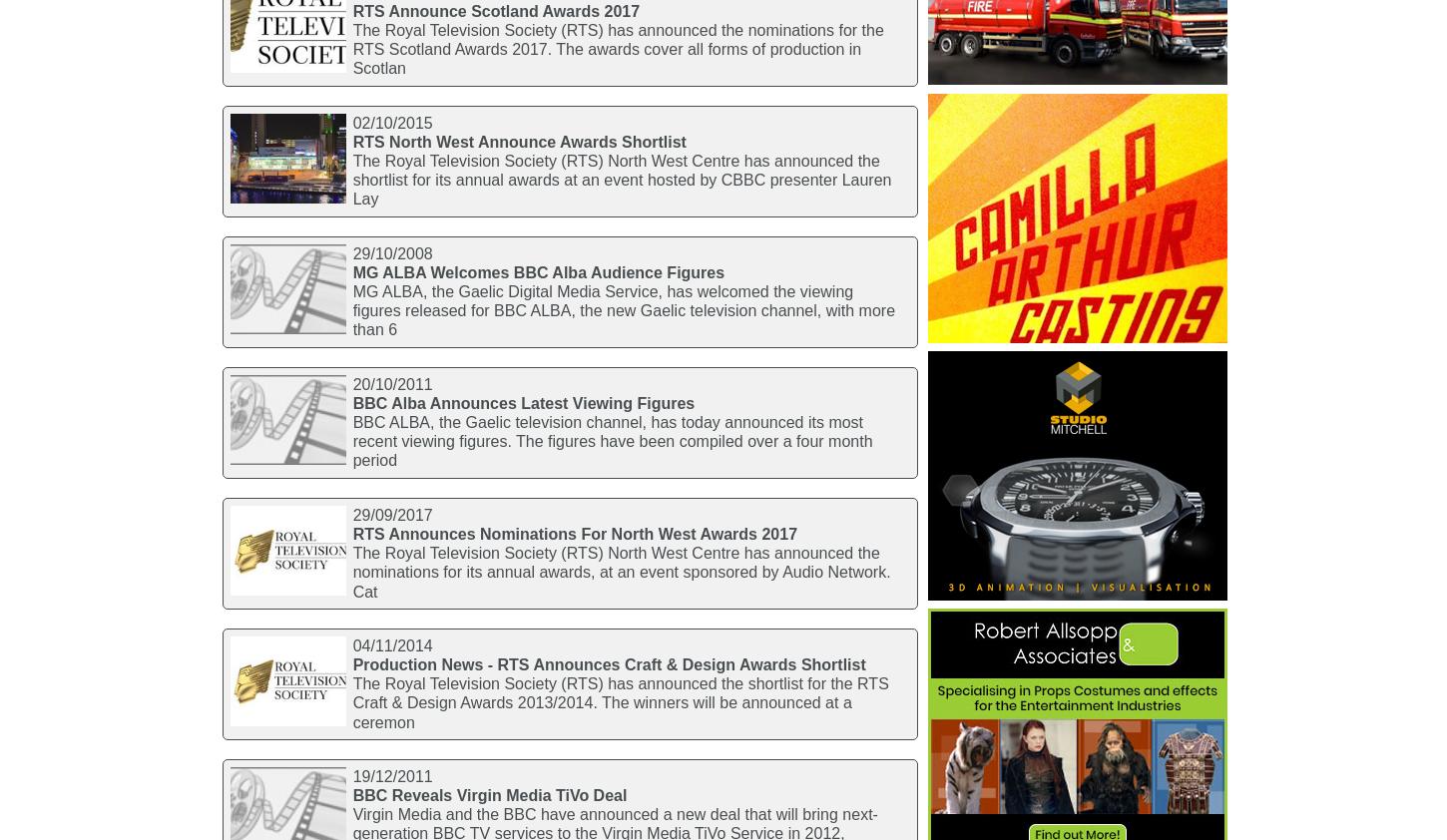 This screenshot has width=1447, height=840. Describe the element at coordinates (351, 383) in the screenshot. I see `'20/10/2011'` at that location.